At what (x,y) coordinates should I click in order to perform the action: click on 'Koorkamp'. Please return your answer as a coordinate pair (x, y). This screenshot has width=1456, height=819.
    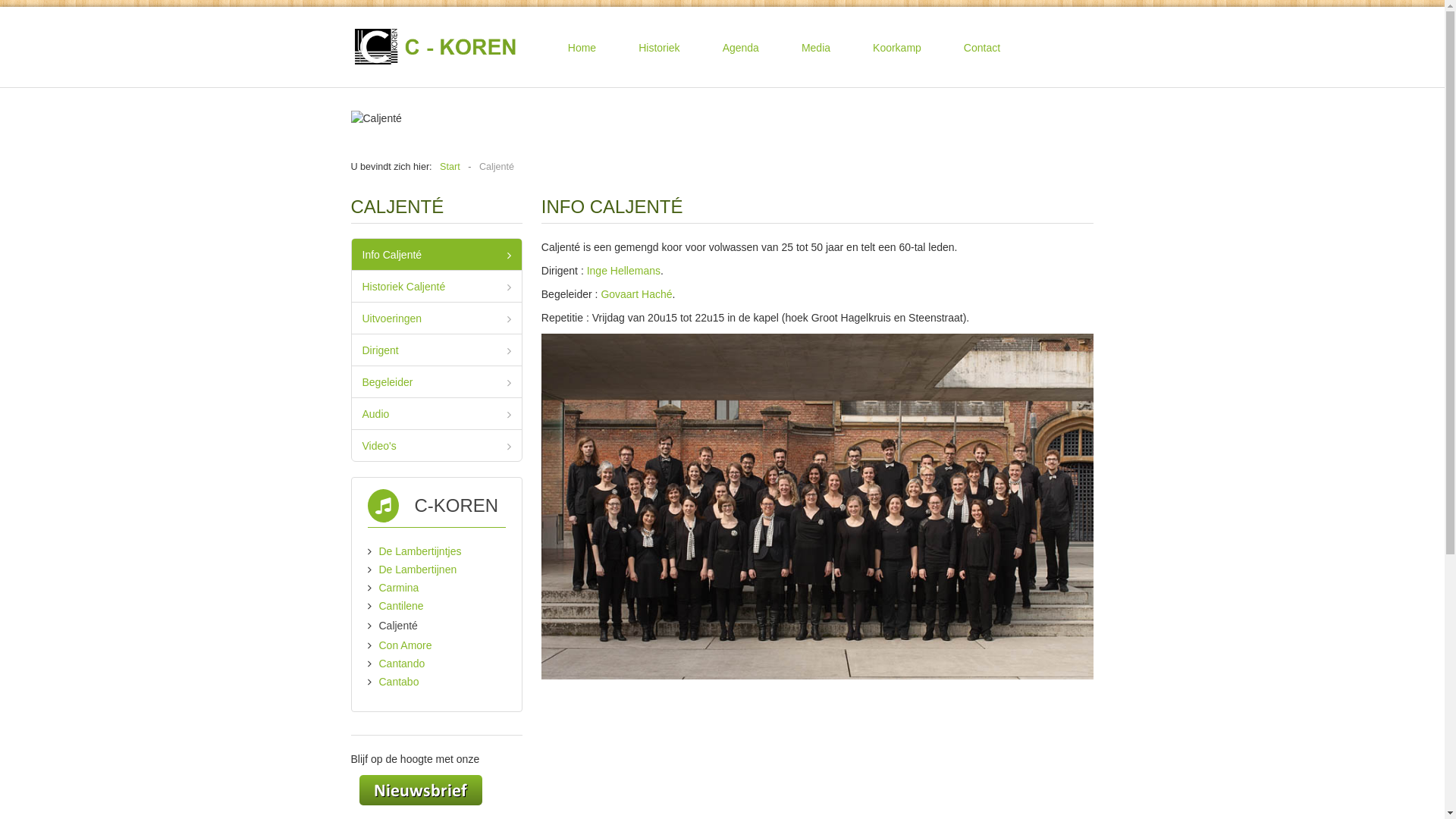
    Looking at the image, I should click on (896, 46).